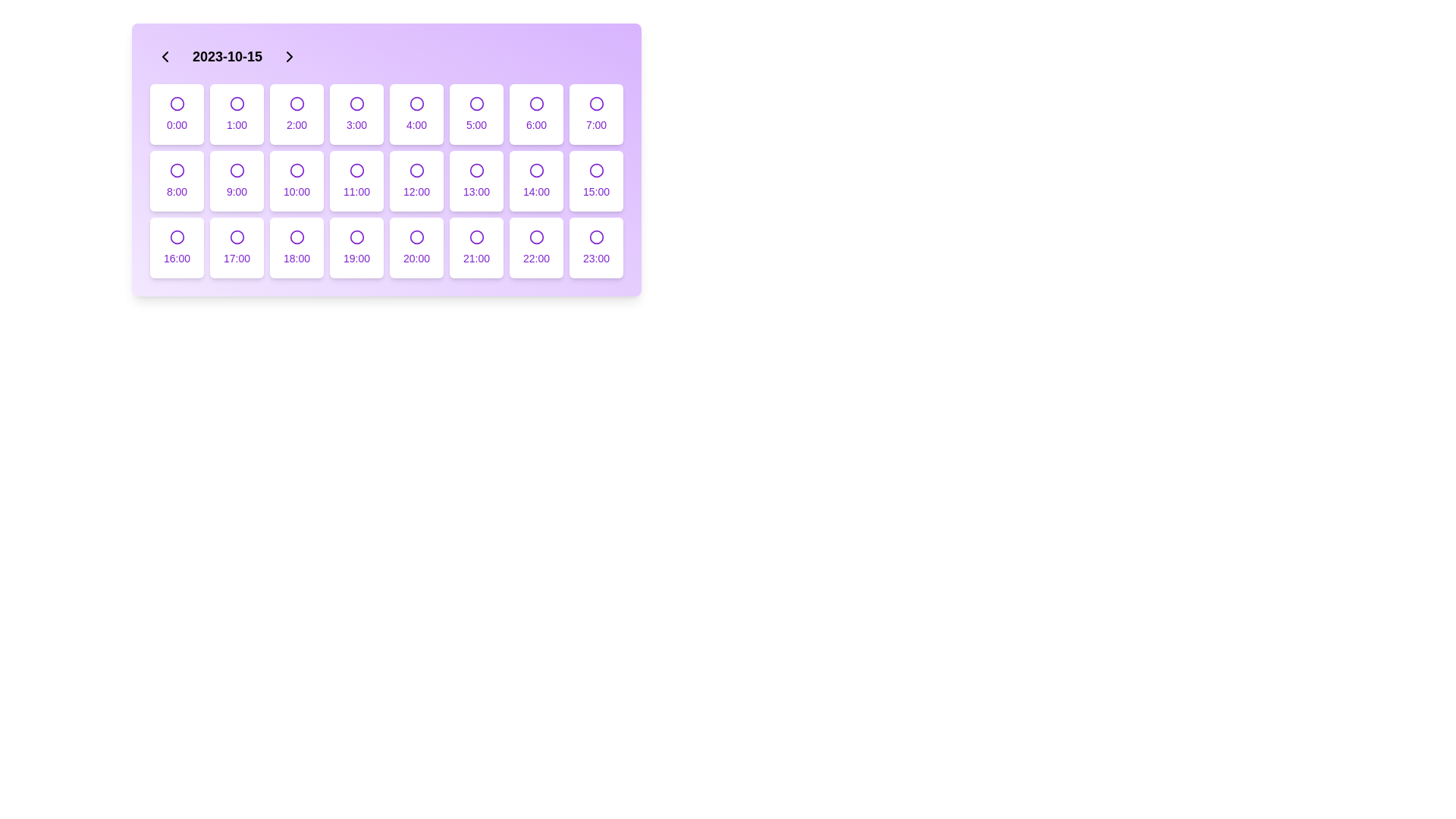  I want to click on the navigation icon located to the left of the displayed date '2023-10-15', so click(165, 55).